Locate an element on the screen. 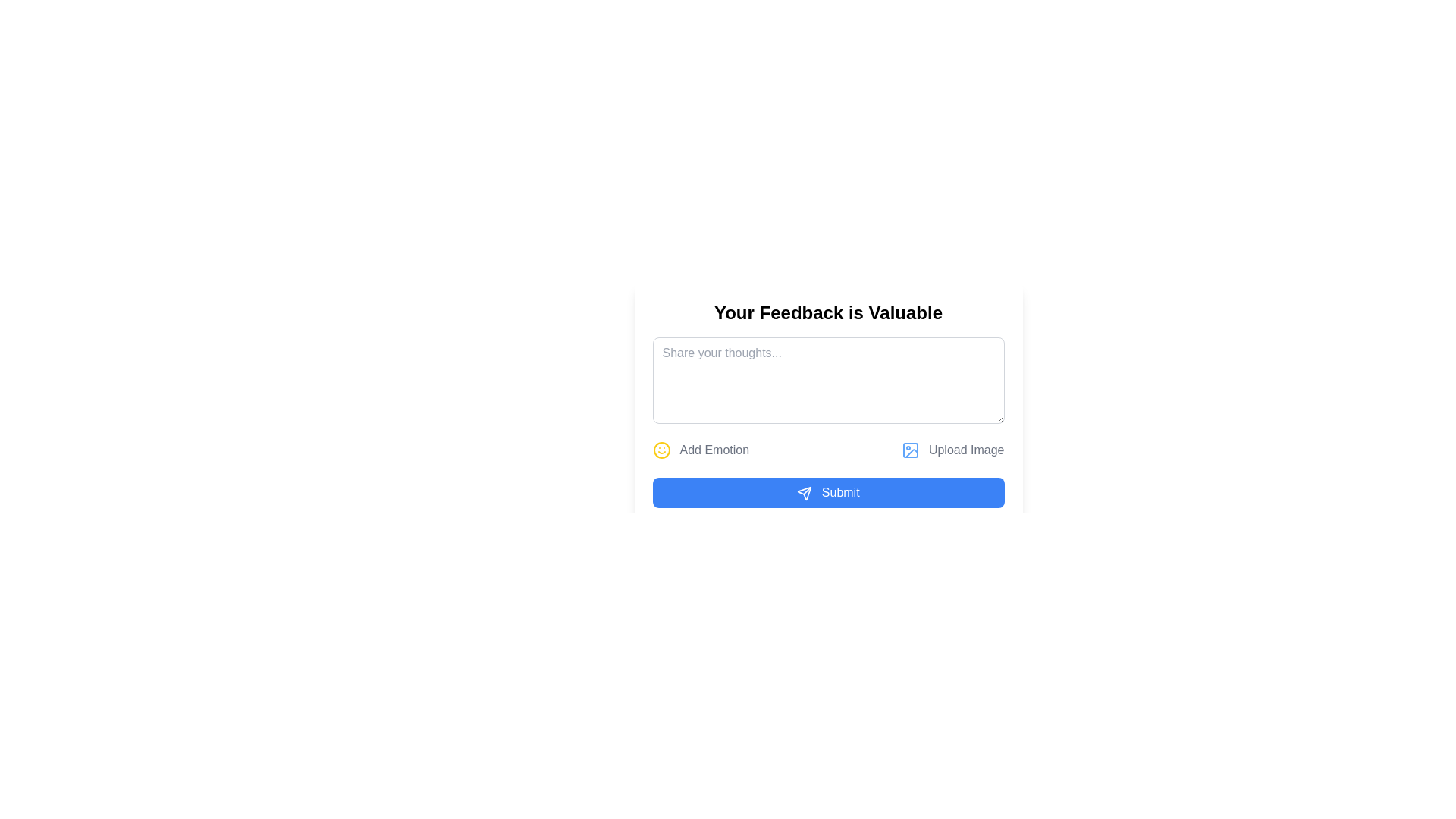 The height and width of the screenshot is (819, 1456). the smiling face icon in the feedback form, which is the largest circle in the graphic and located near the Add Emotion button is located at coordinates (661, 450).